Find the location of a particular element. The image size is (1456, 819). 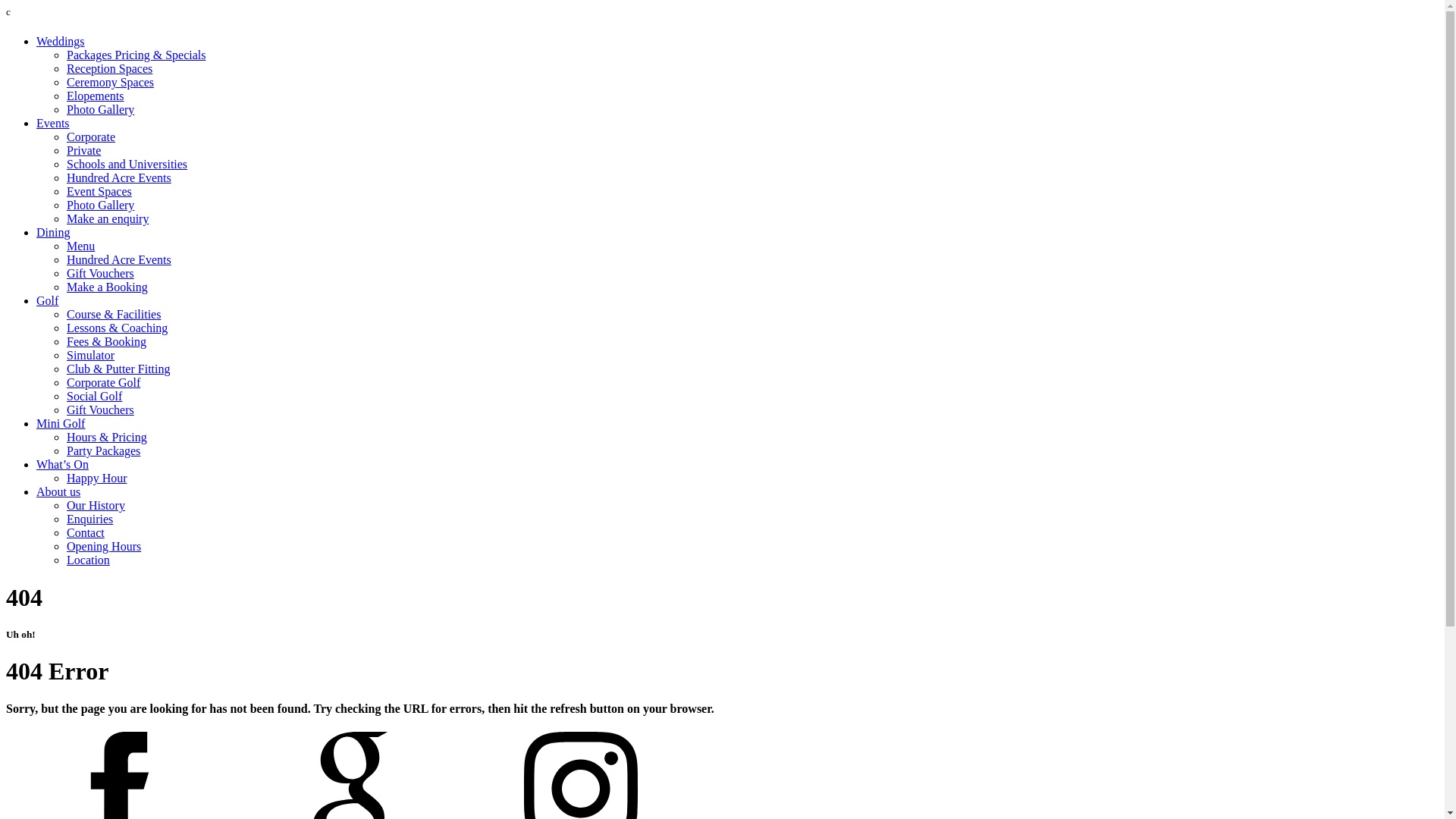

'Hours & Pricing' is located at coordinates (105, 437).